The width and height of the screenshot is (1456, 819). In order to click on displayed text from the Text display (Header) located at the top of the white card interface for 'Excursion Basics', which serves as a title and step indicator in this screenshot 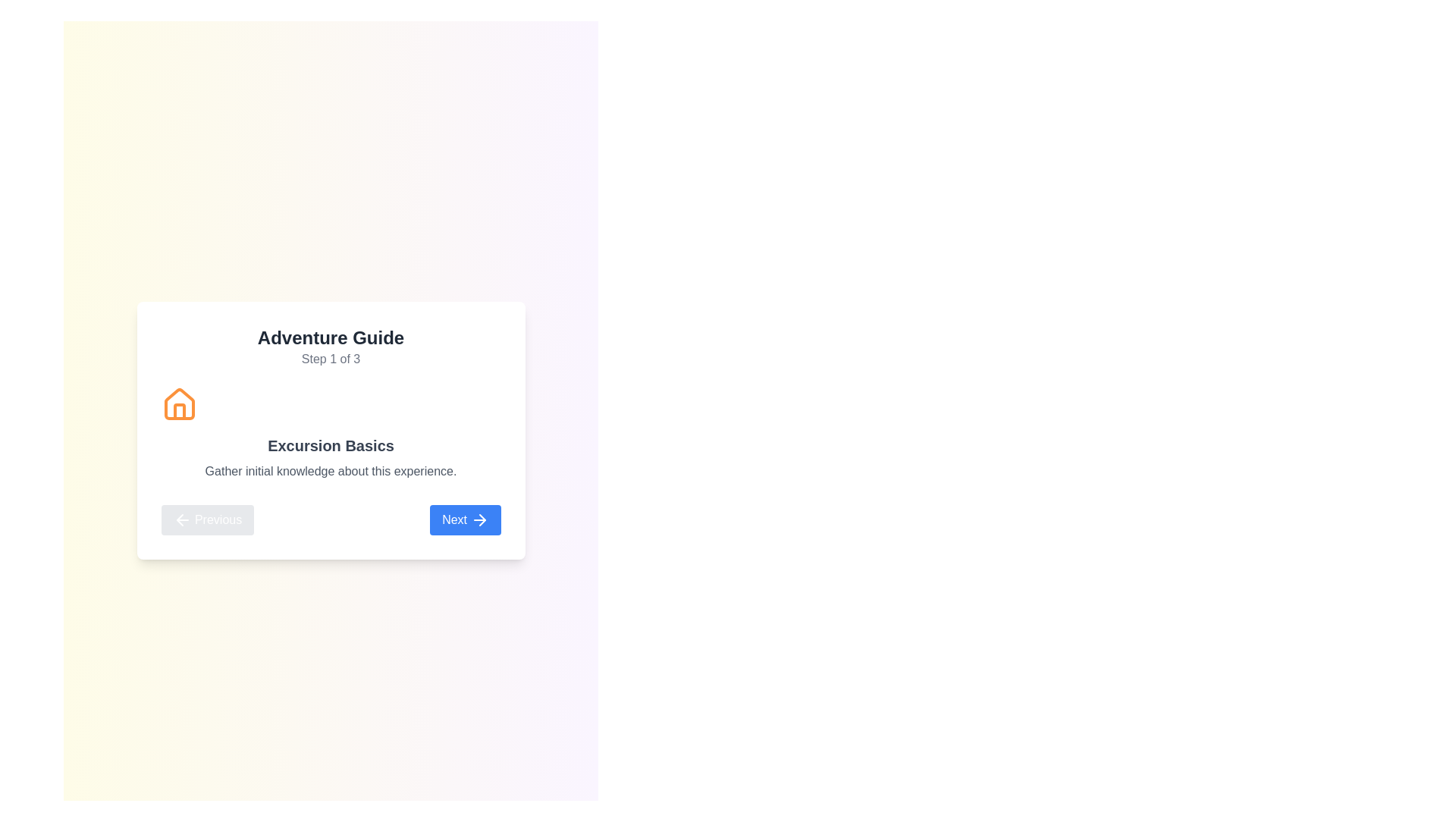, I will do `click(330, 347)`.